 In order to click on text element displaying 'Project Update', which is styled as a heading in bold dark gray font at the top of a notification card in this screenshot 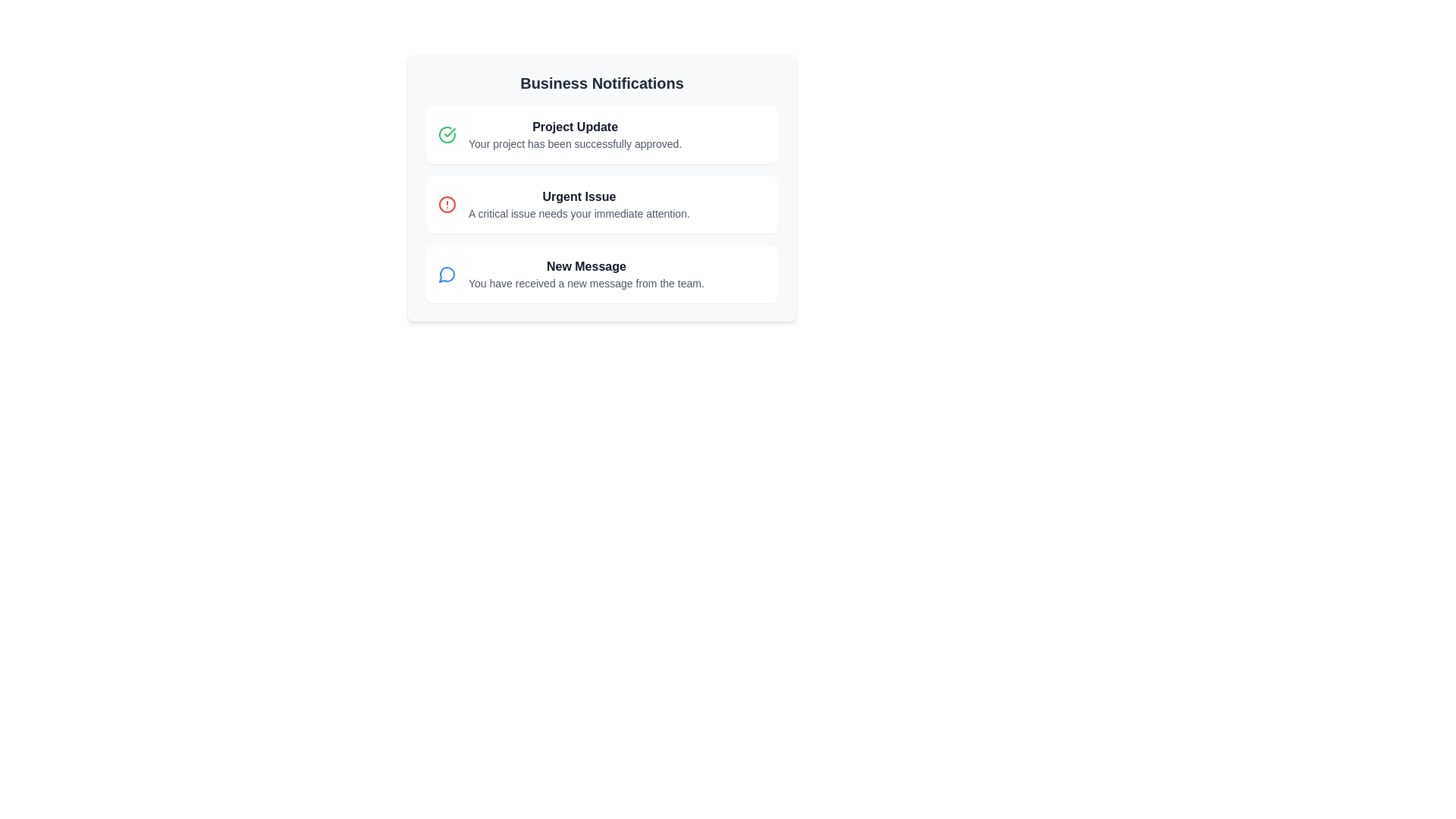, I will do `click(574, 127)`.